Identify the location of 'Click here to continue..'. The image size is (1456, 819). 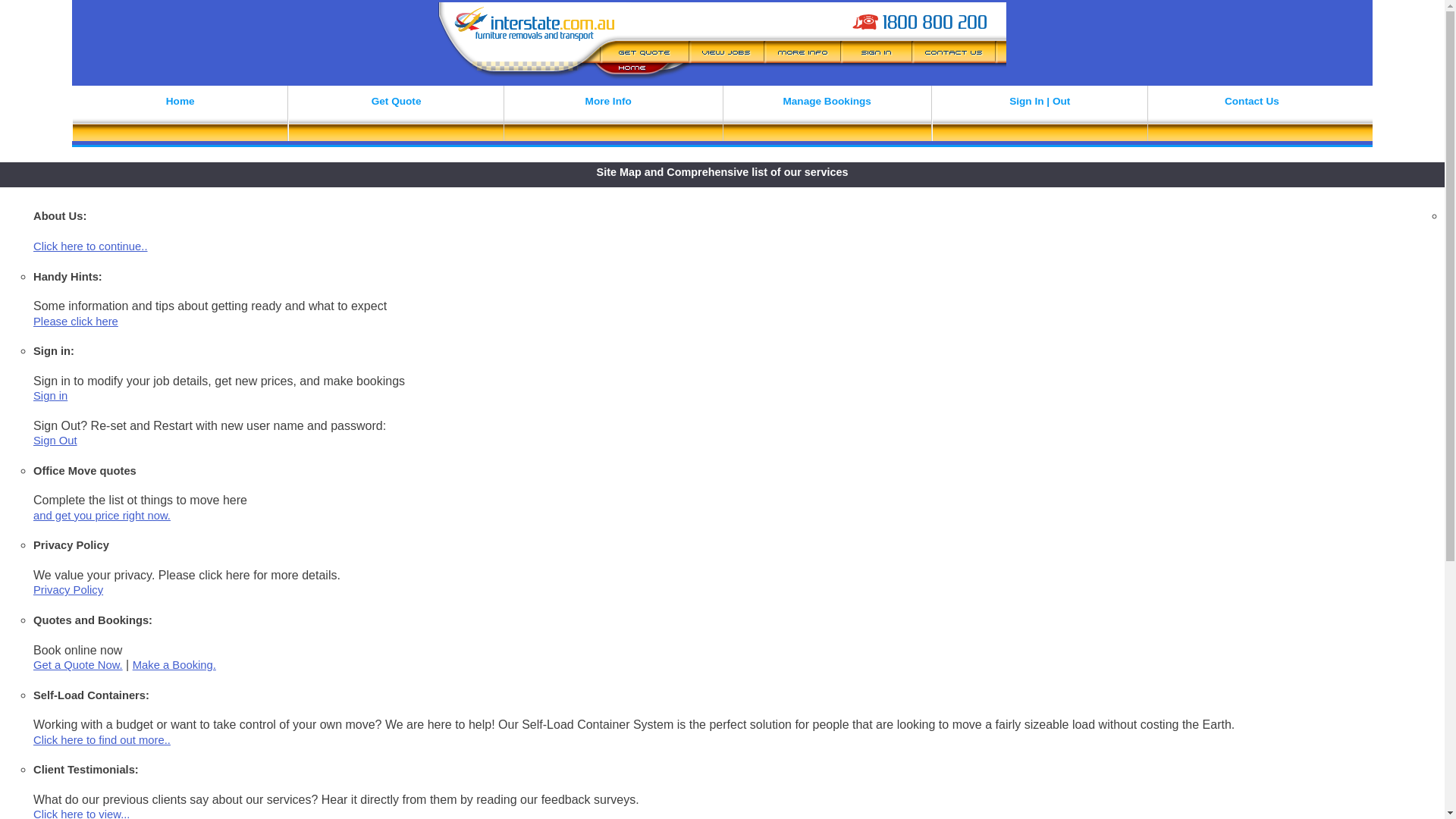
(33, 245).